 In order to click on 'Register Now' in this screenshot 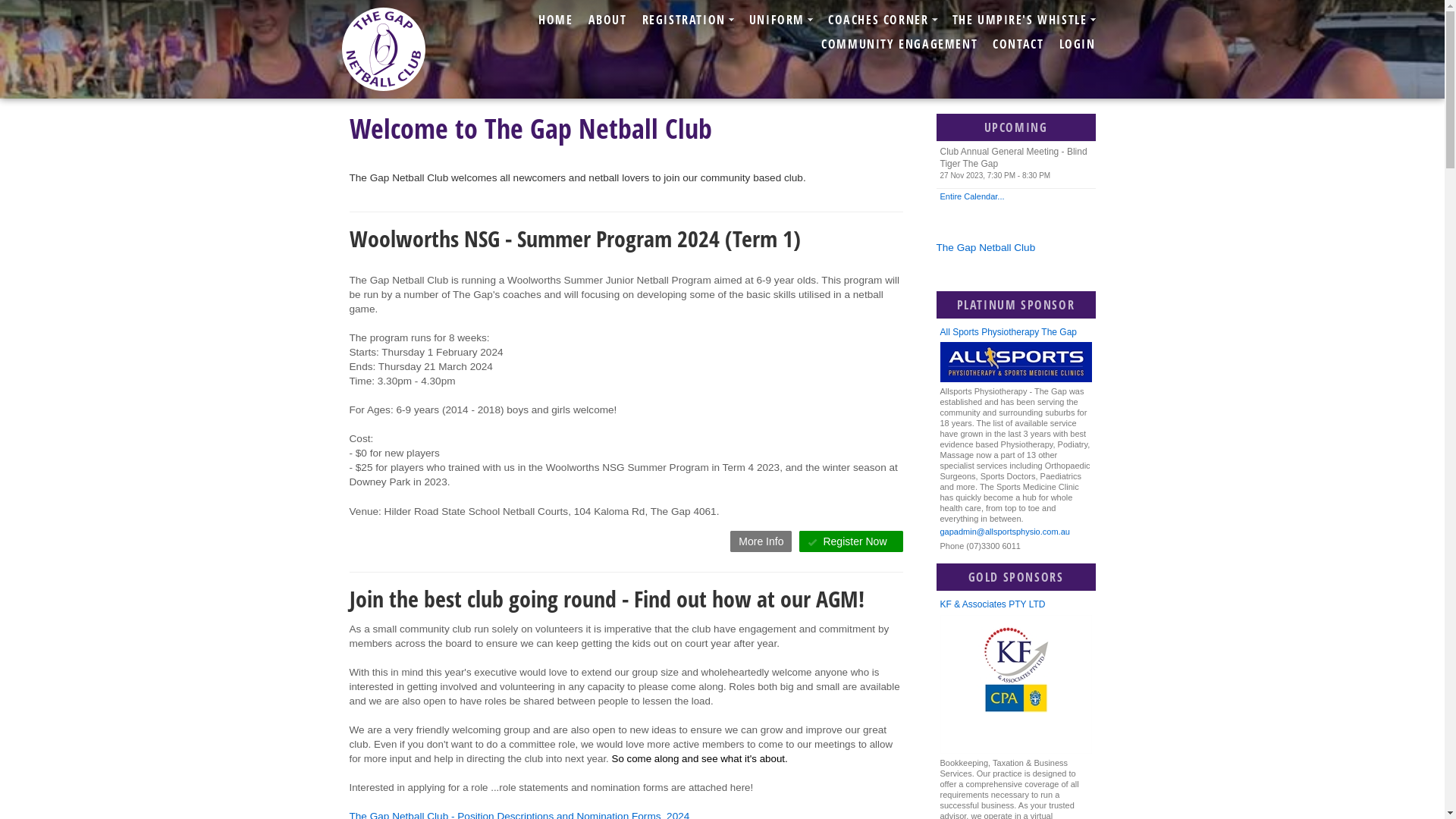, I will do `click(851, 540)`.